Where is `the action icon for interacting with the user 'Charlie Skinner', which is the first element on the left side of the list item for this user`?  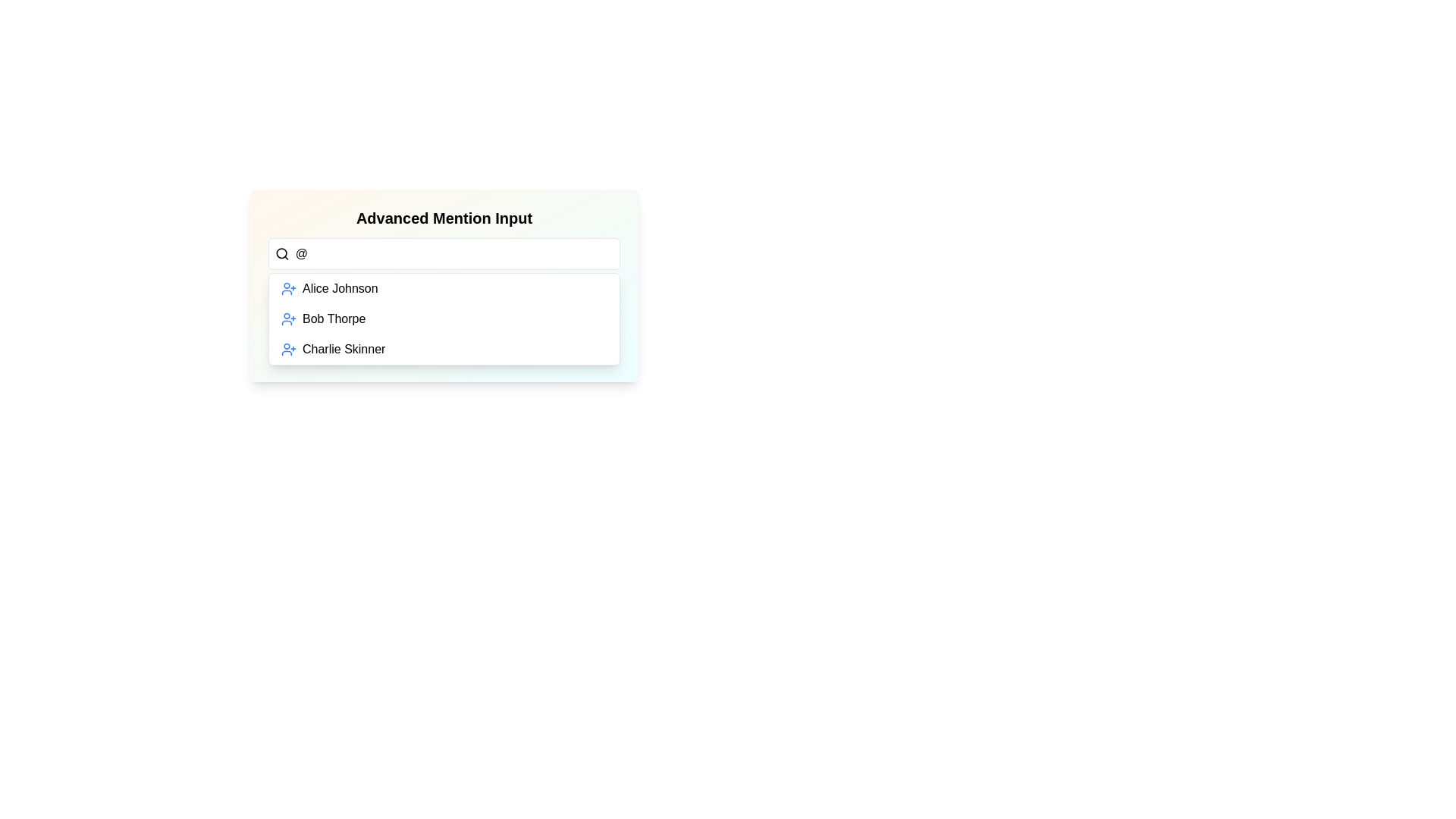 the action icon for interacting with the user 'Charlie Skinner', which is the first element on the left side of the list item for this user is located at coordinates (288, 350).